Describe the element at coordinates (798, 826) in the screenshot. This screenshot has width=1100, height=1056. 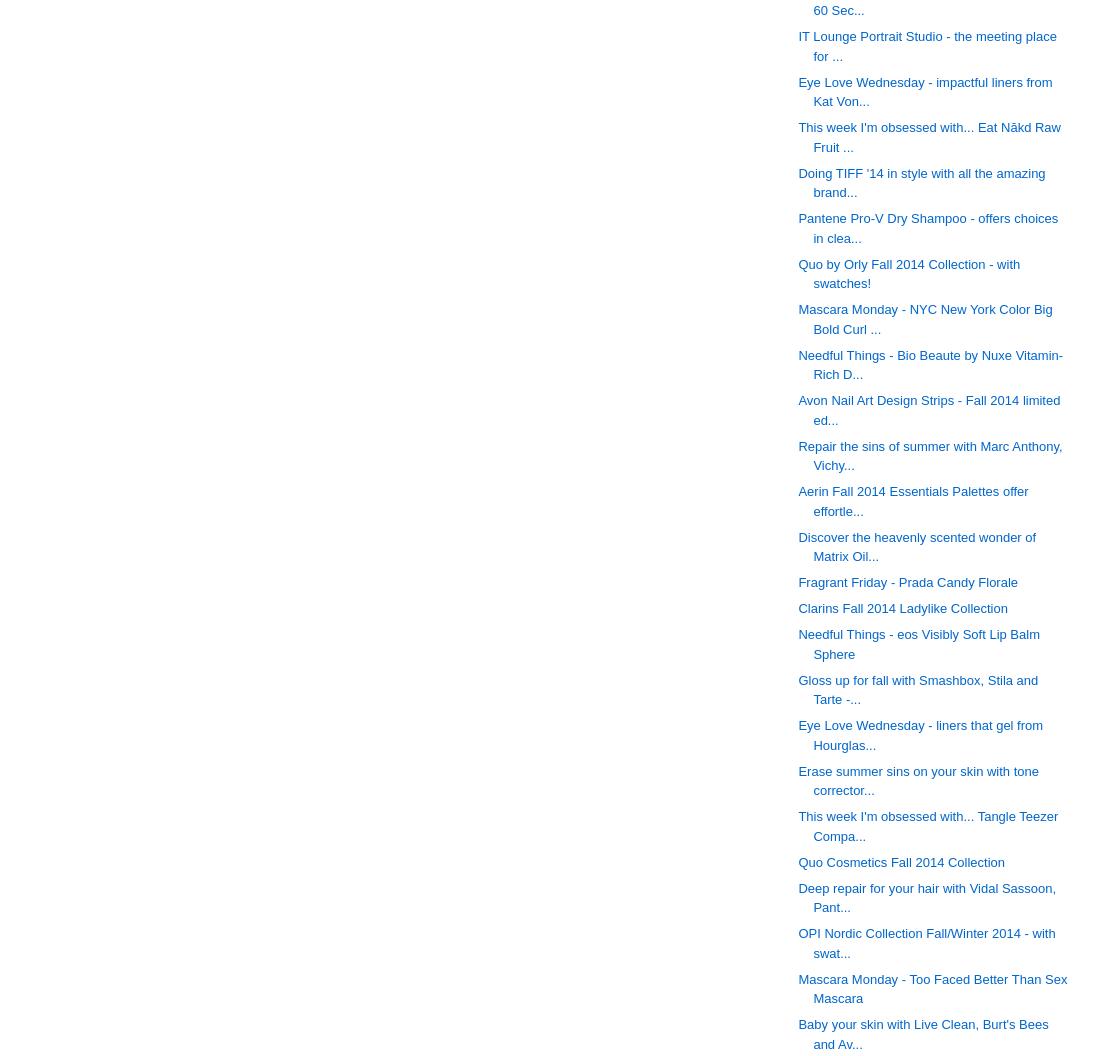
I see `'This week I'm obsessed with... Tangle Teezer Compa...'` at that location.